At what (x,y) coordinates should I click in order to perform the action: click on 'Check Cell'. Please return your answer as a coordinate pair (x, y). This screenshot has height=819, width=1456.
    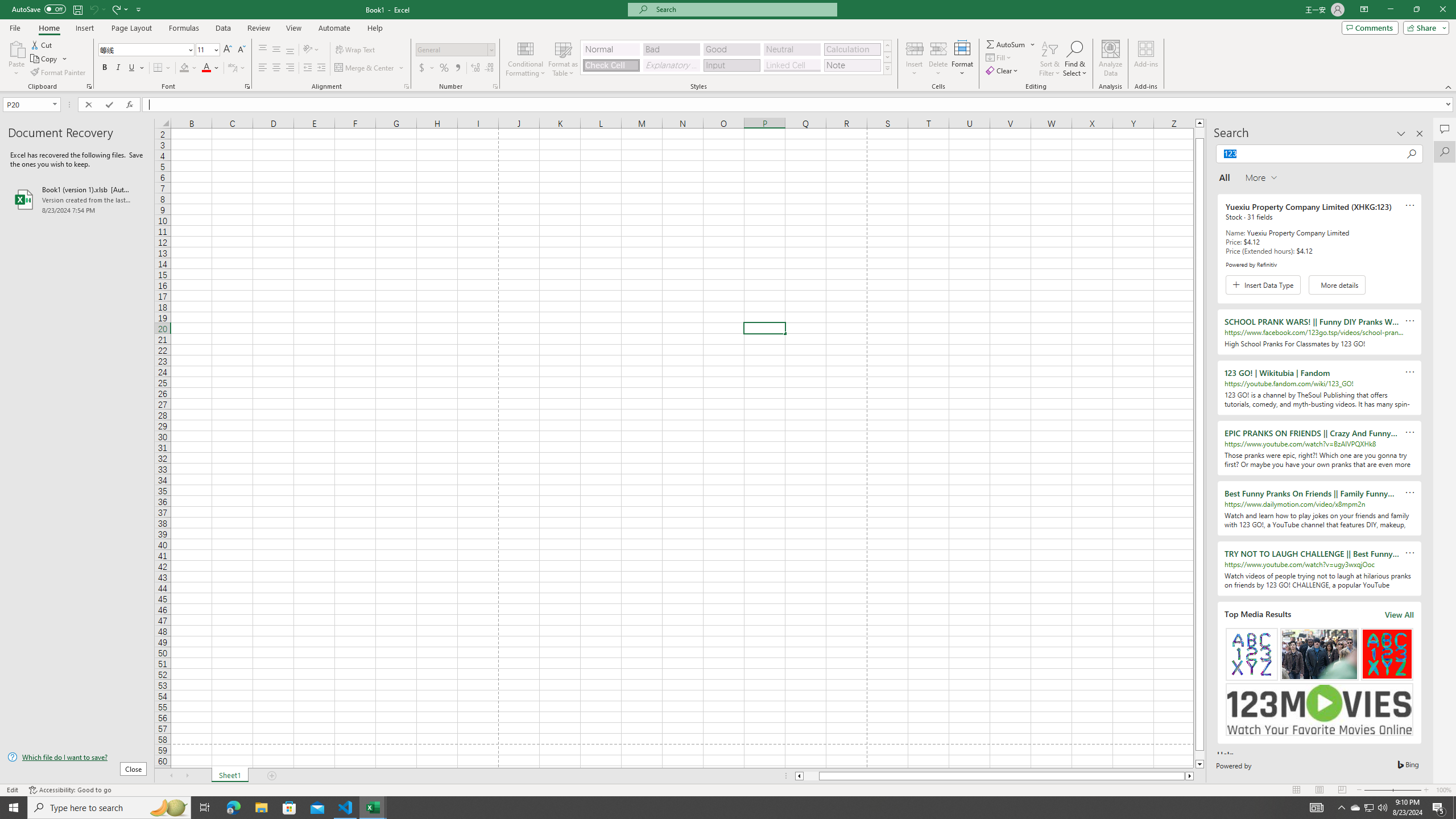
    Looking at the image, I should click on (611, 65).